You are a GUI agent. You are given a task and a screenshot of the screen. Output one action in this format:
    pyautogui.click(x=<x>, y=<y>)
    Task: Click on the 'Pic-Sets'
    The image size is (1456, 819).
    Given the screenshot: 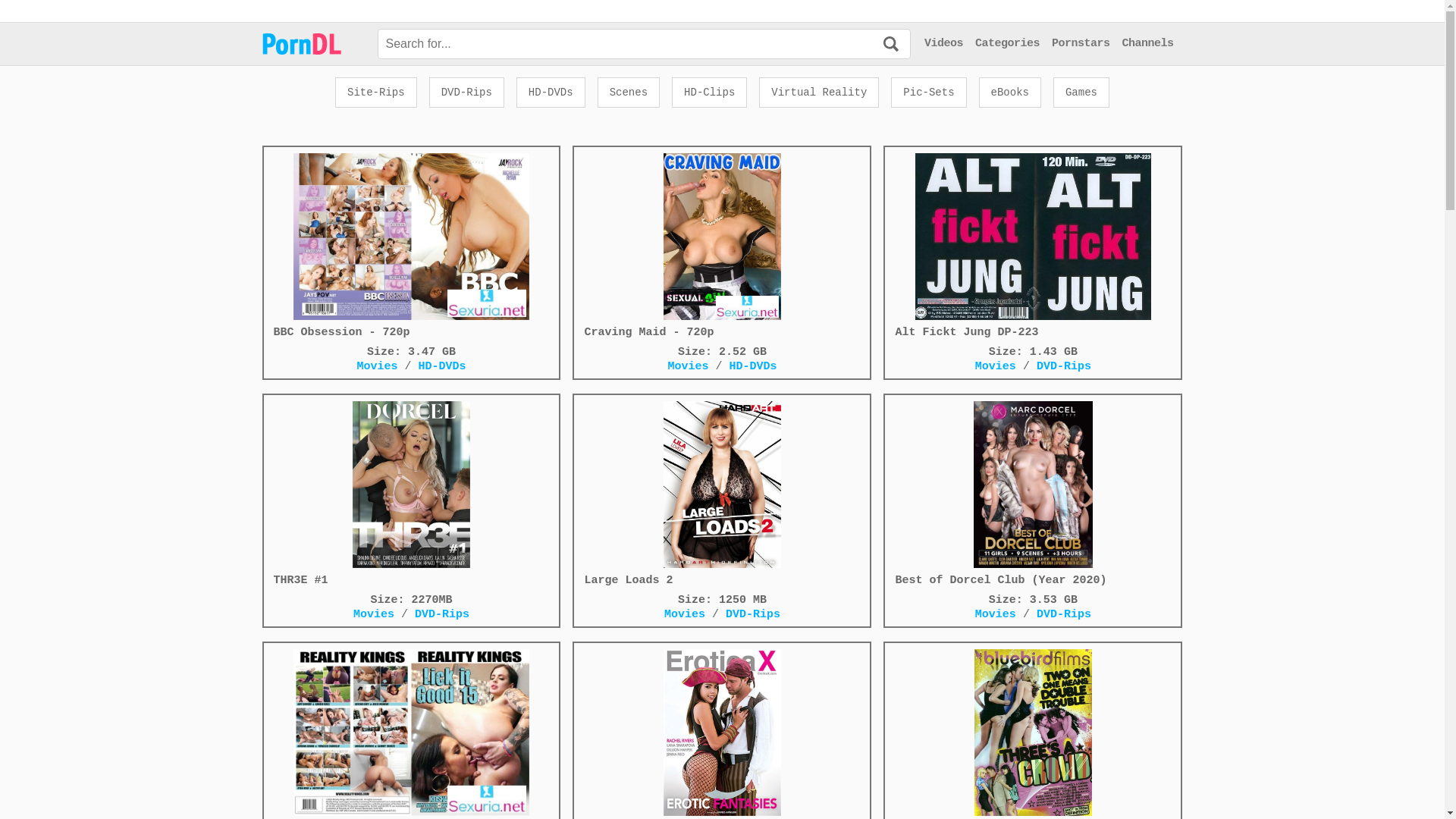 What is the action you would take?
    pyautogui.click(x=927, y=93)
    